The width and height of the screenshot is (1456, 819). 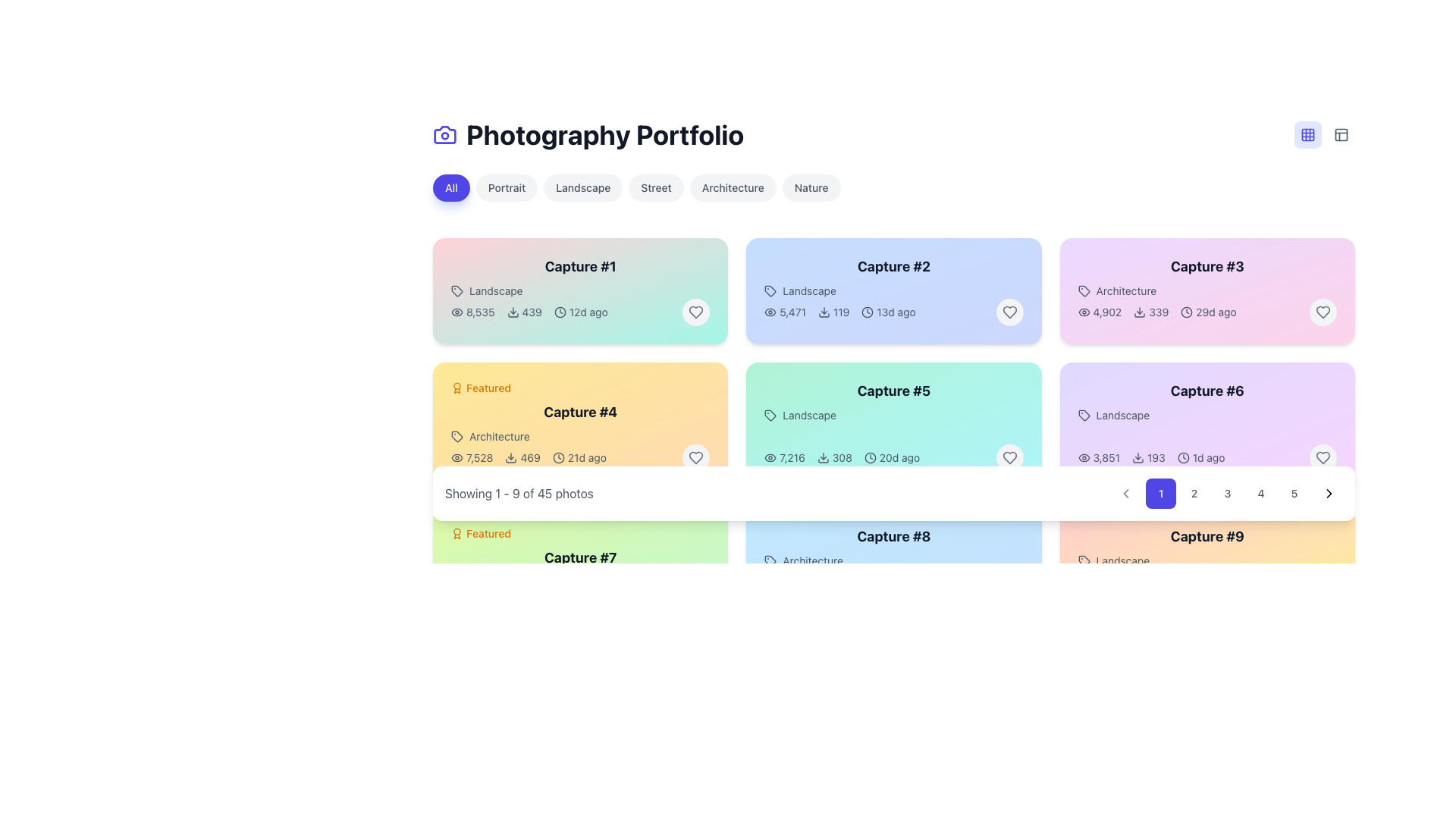 I want to click on the download count display, which shows the numeric value '119' next to a downward-facing download icon, so click(x=839, y=312).